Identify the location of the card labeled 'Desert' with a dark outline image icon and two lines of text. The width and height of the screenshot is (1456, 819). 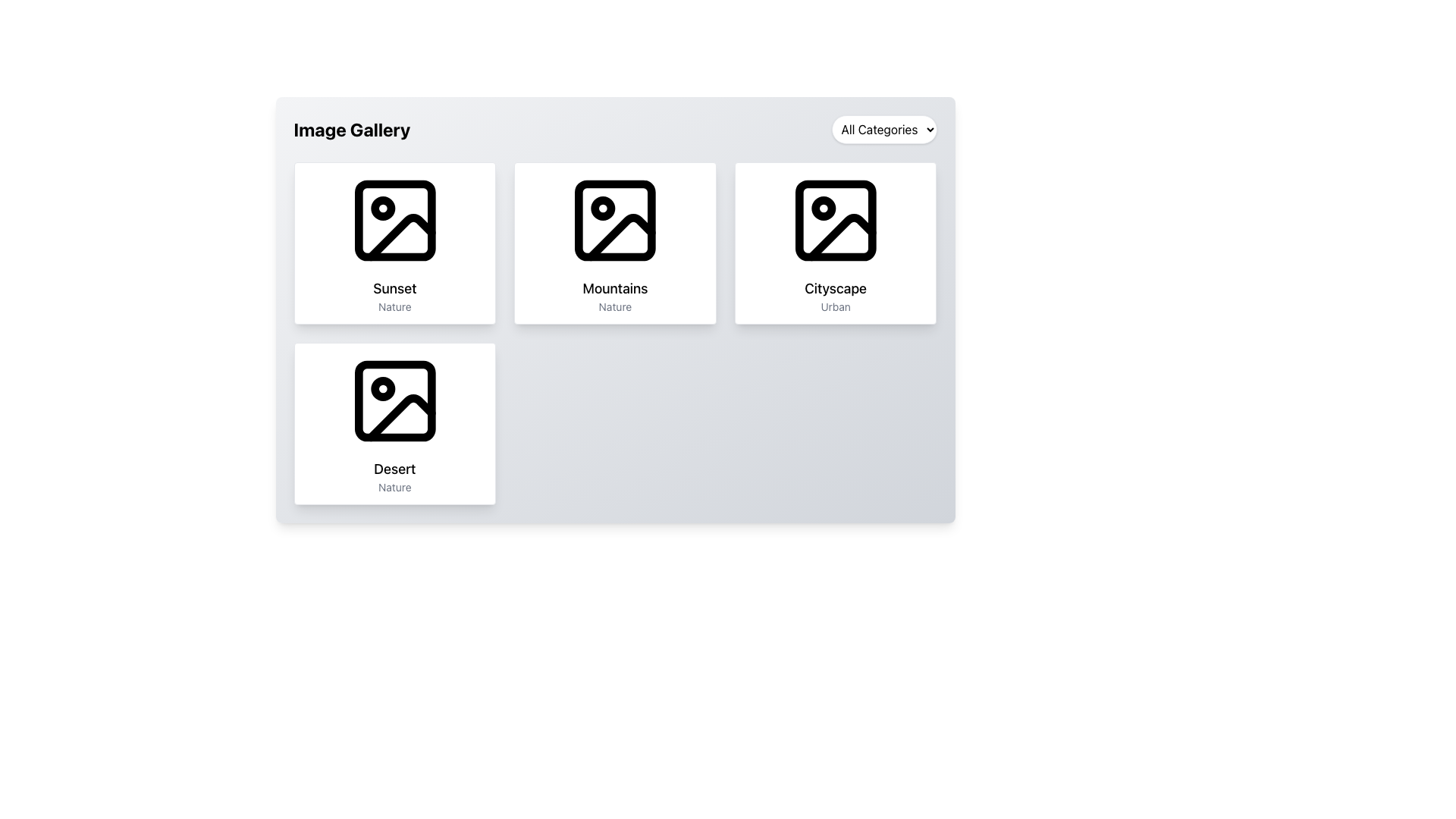
(394, 424).